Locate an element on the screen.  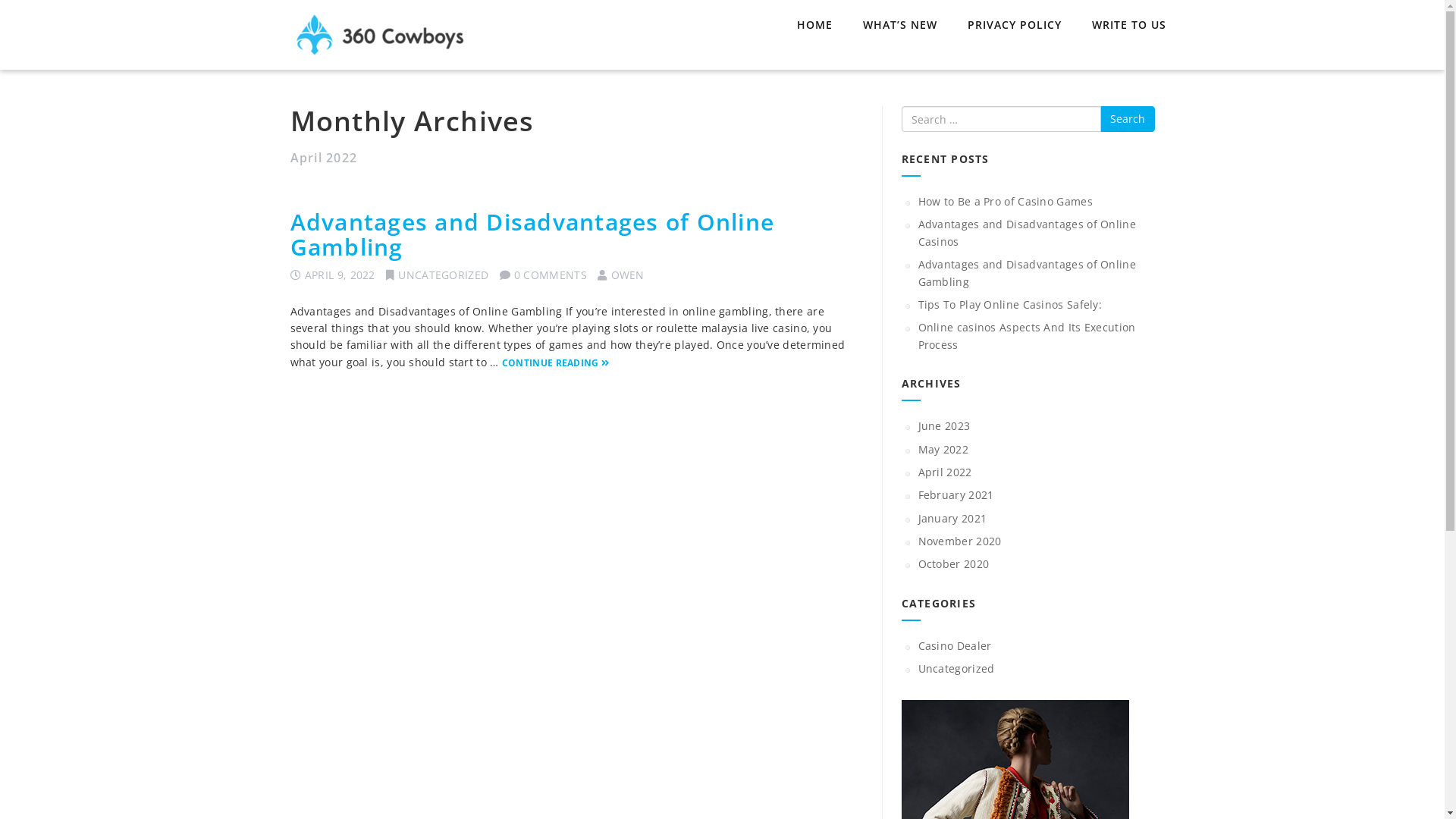
'October 2020' is located at coordinates (952, 563).